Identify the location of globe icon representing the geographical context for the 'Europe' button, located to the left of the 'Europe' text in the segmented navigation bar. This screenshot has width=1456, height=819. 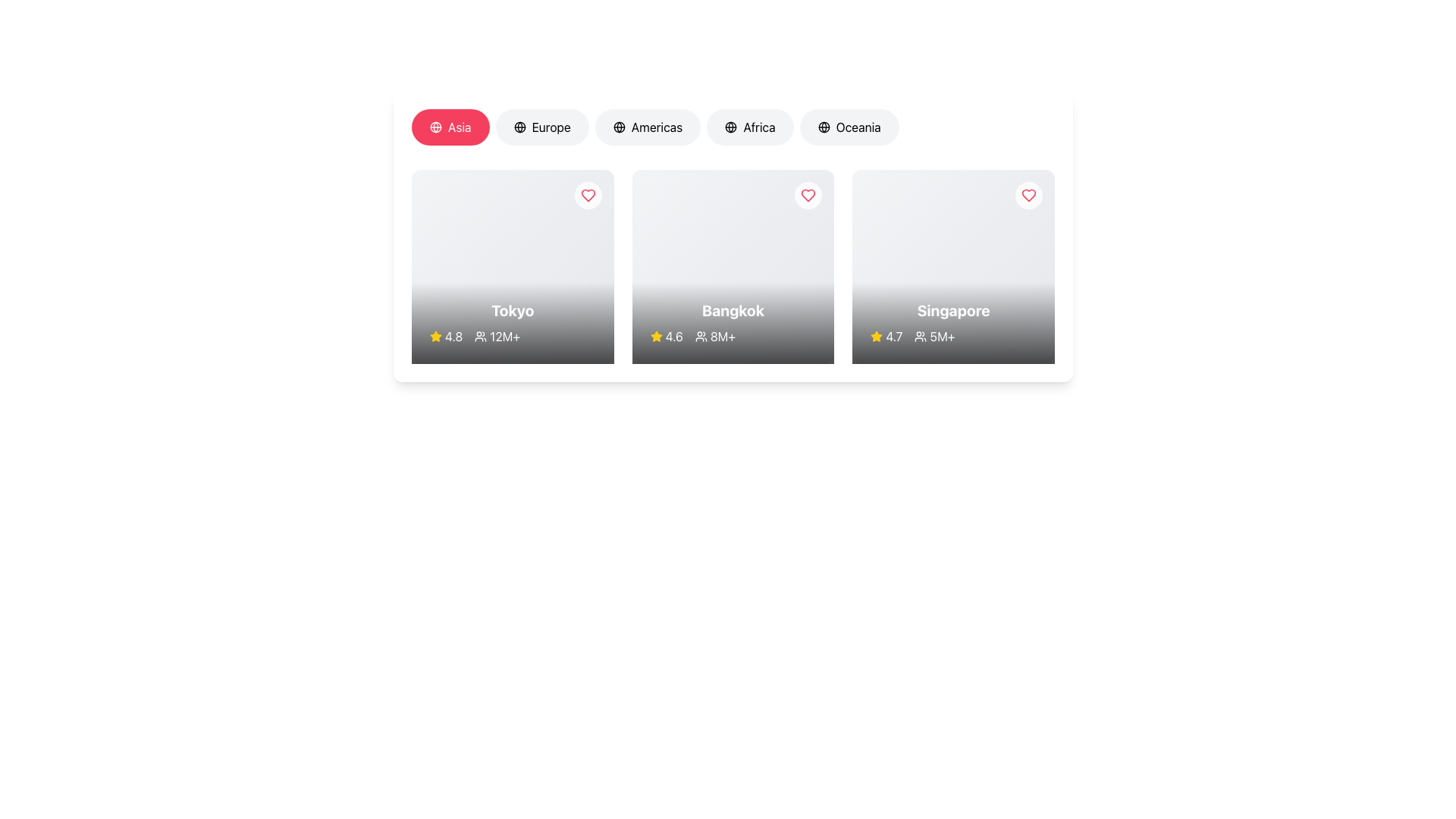
(519, 127).